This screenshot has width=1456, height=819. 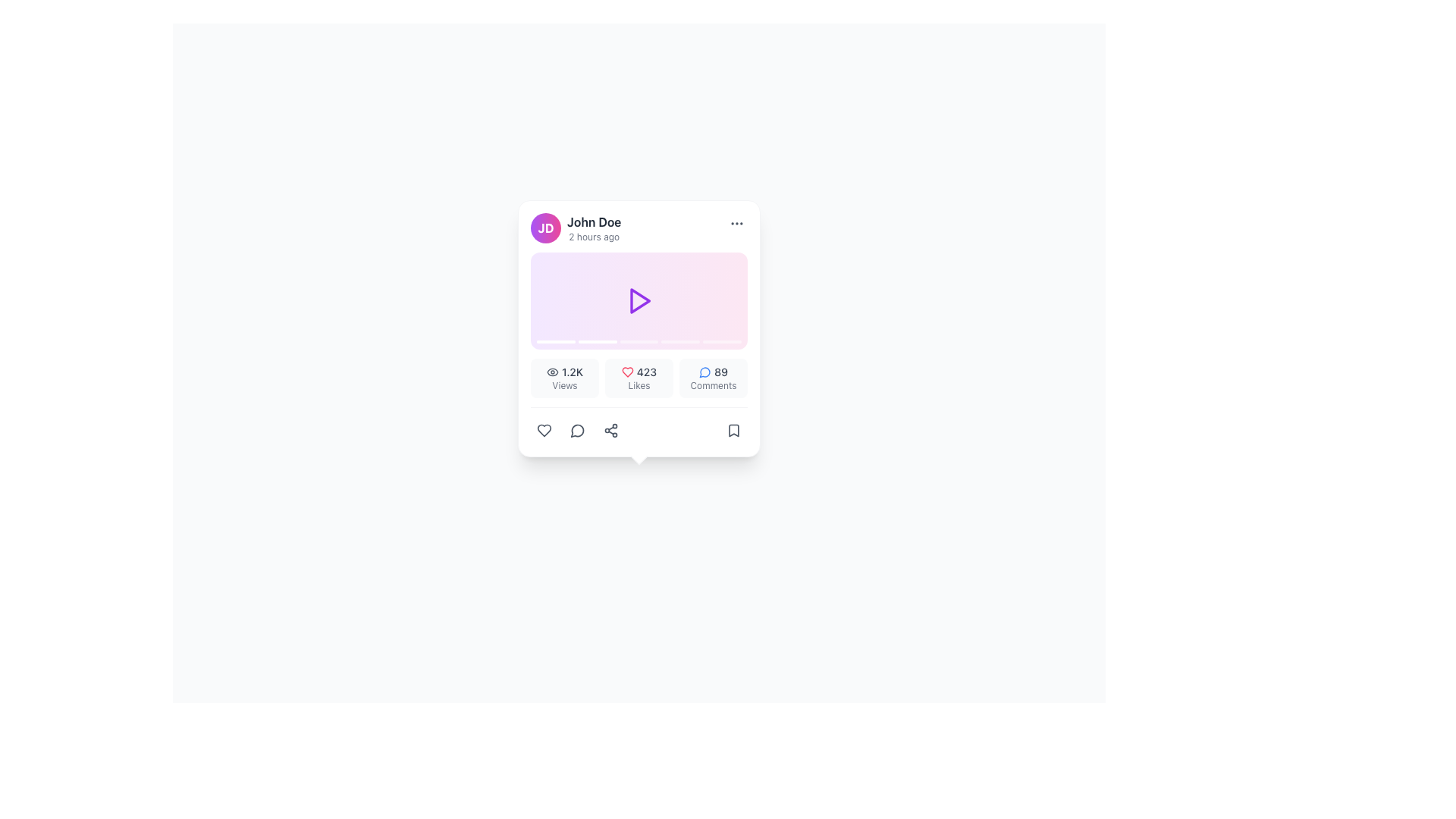 I want to click on the leftmost progress indicator segment, which is a horizontal bar with rounded ends and a white, semi-transparent fill, located at the bottom of a card-like component, so click(x=555, y=342).